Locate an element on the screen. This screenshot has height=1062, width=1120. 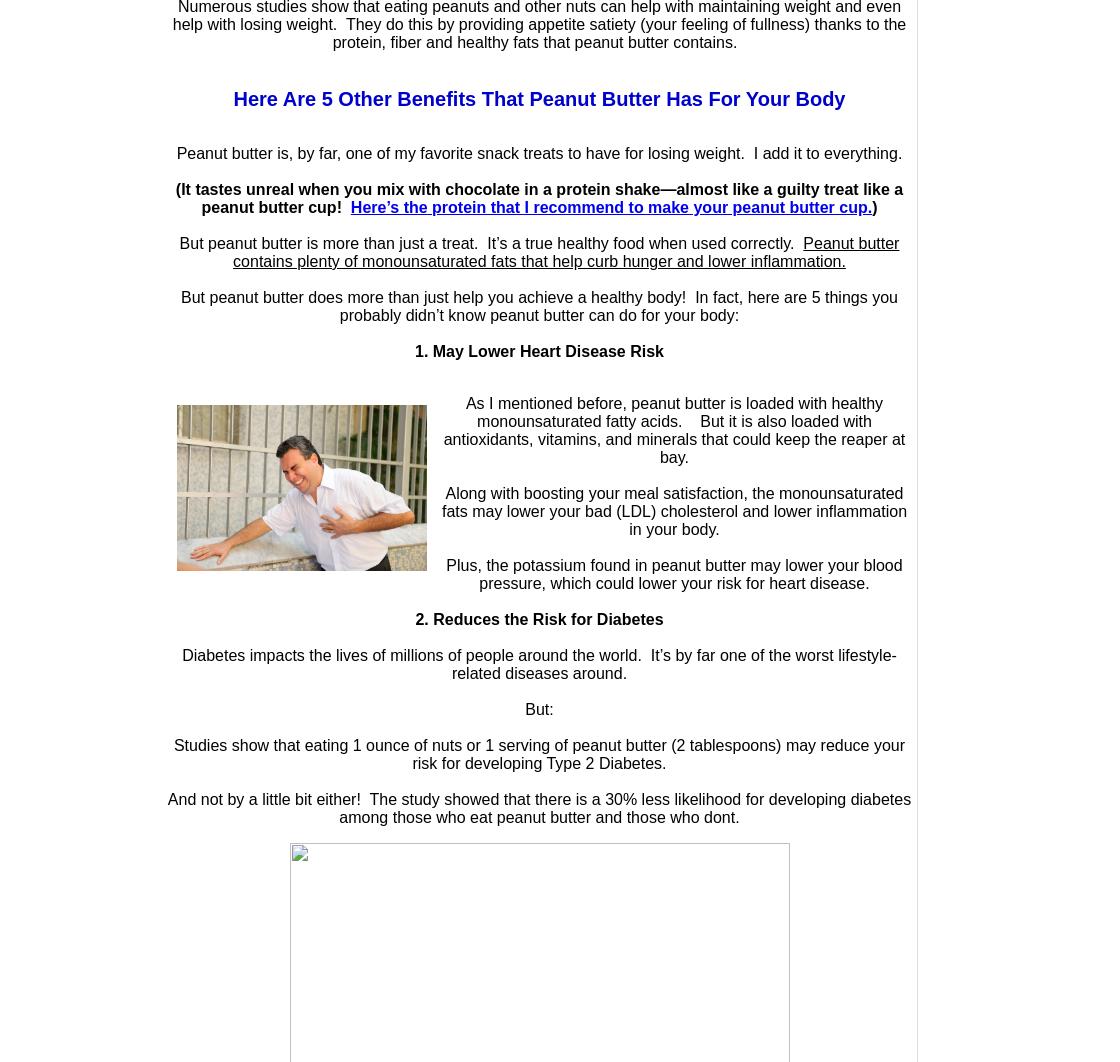
'Peanut butter contains plenty of monounsaturated fats that help curb hunger and lower inflammation.' is located at coordinates (566, 252).